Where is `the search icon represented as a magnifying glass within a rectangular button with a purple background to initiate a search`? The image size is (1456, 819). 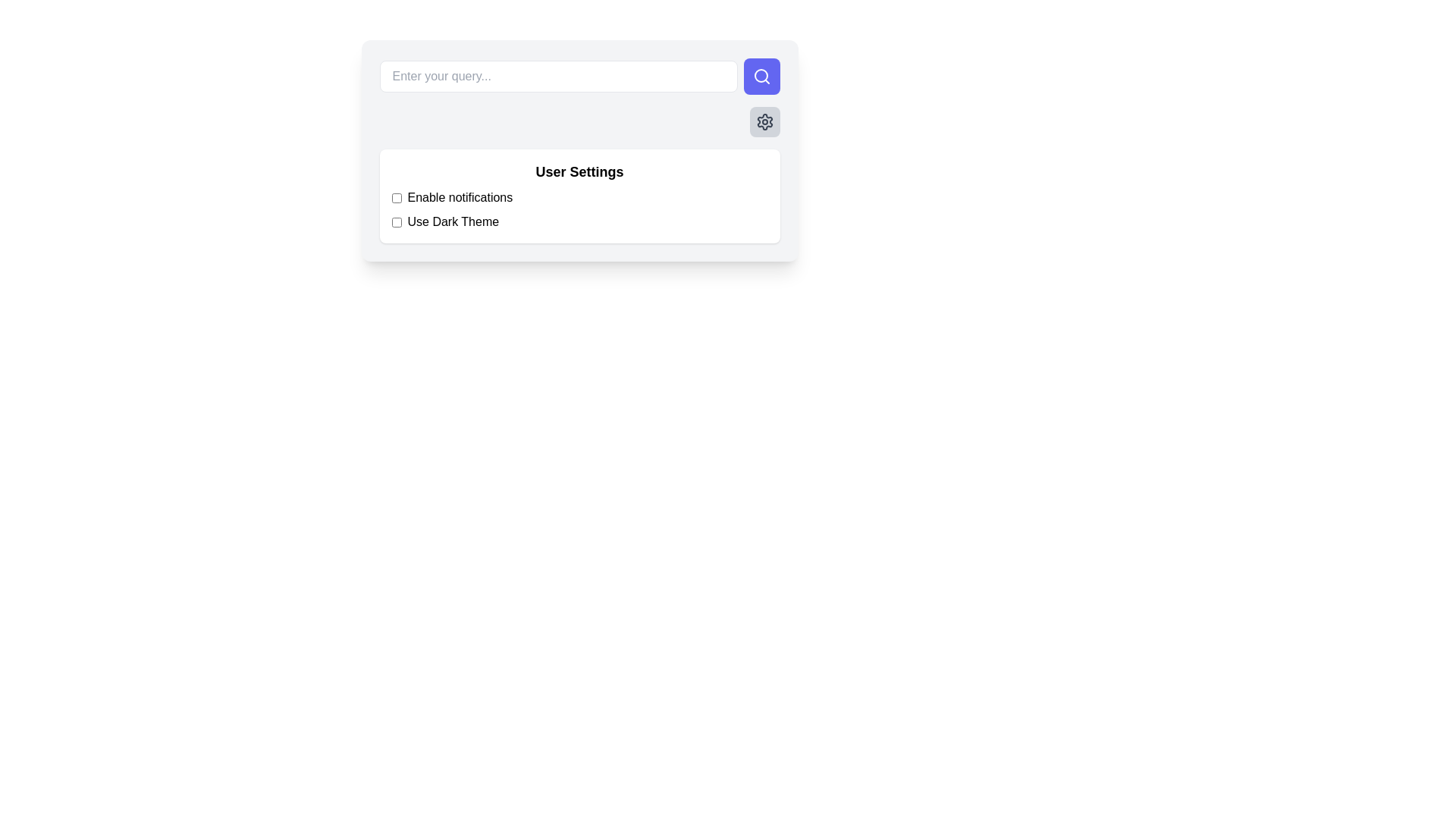
the search icon represented as a magnifying glass within a rectangular button with a purple background to initiate a search is located at coordinates (761, 76).